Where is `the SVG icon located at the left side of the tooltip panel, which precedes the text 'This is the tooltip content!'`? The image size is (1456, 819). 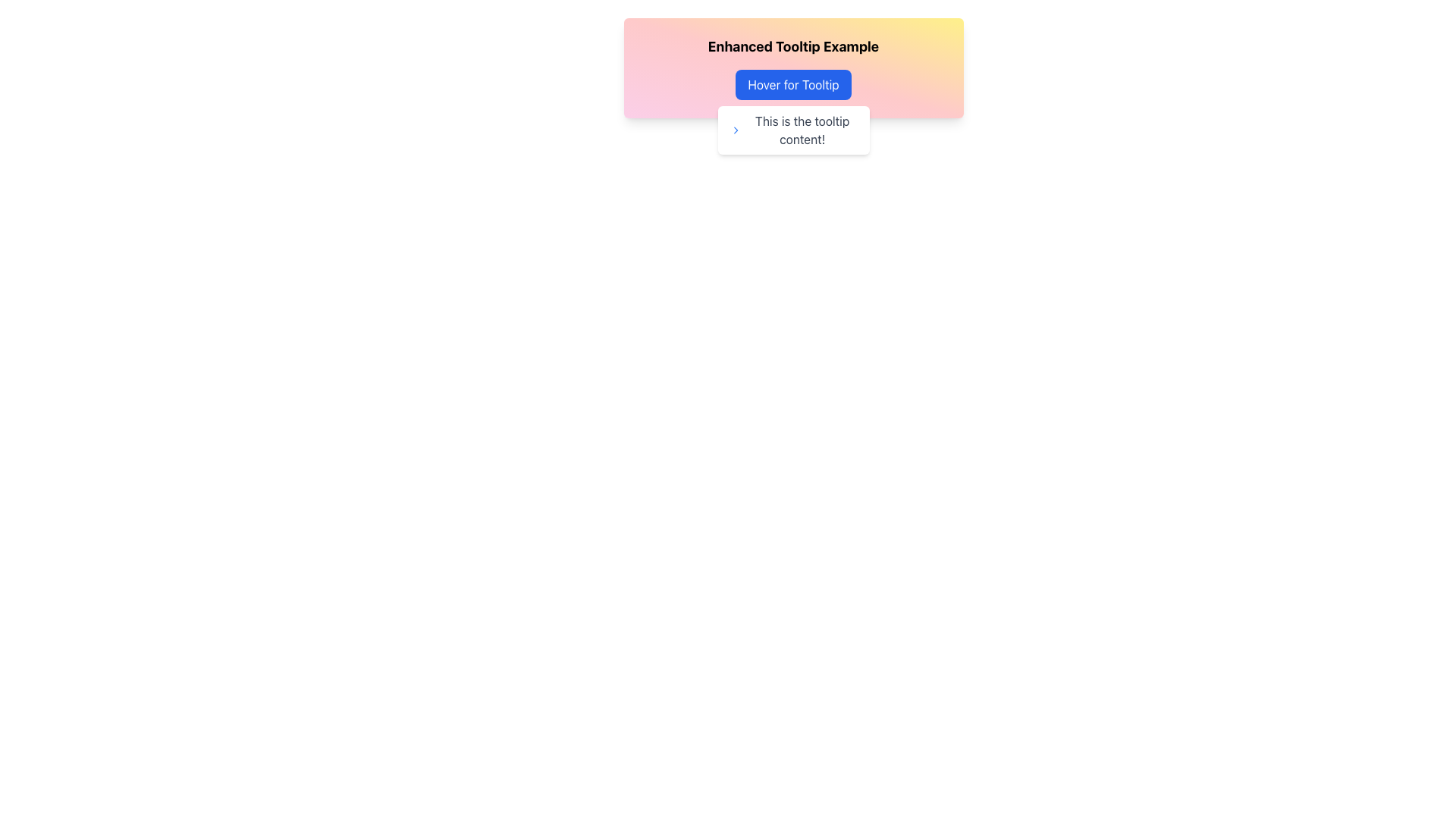
the SVG icon located at the left side of the tooltip panel, which precedes the text 'This is the tooltip content!' is located at coordinates (736, 130).